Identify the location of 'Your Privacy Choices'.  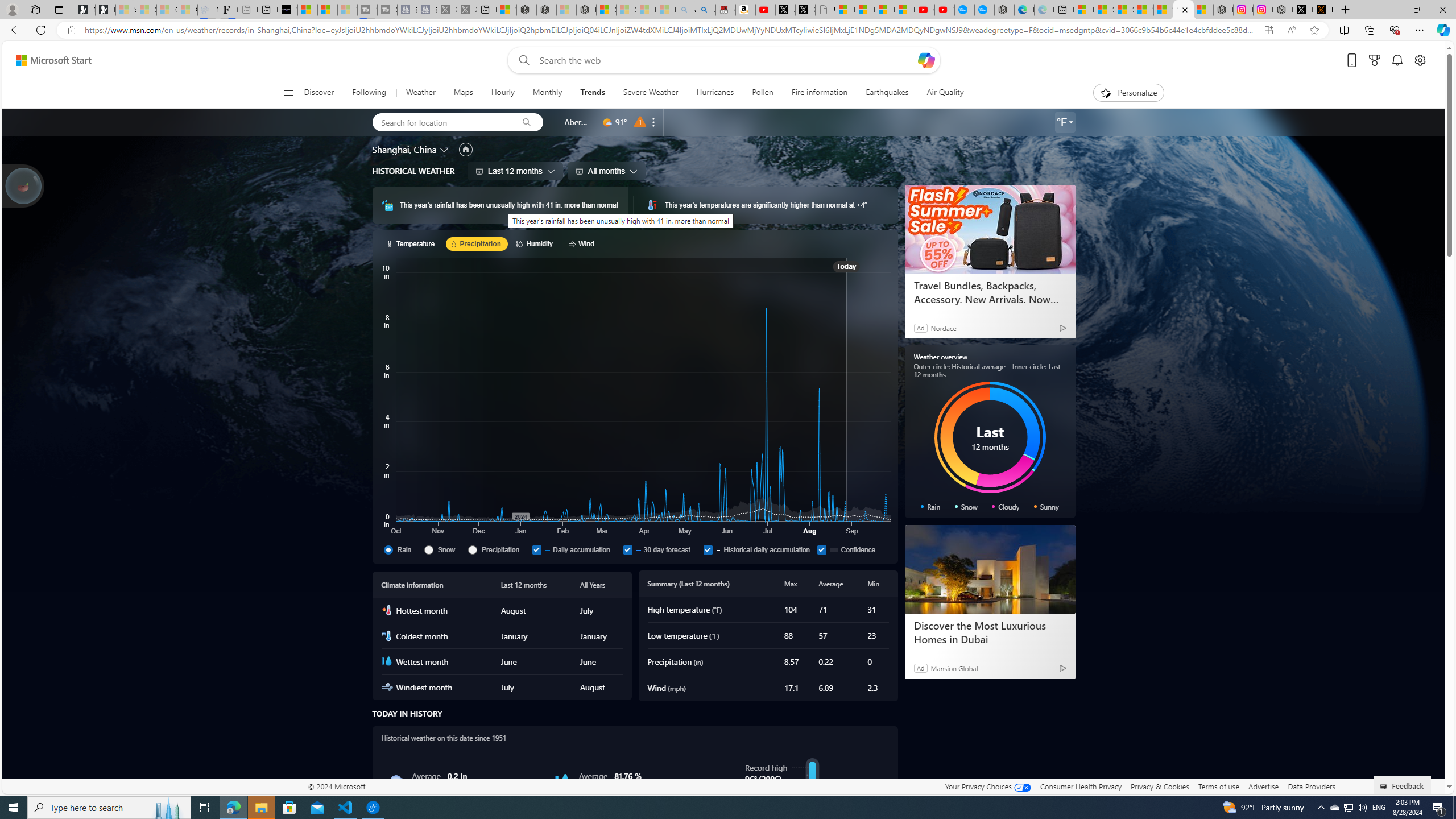
(987, 786).